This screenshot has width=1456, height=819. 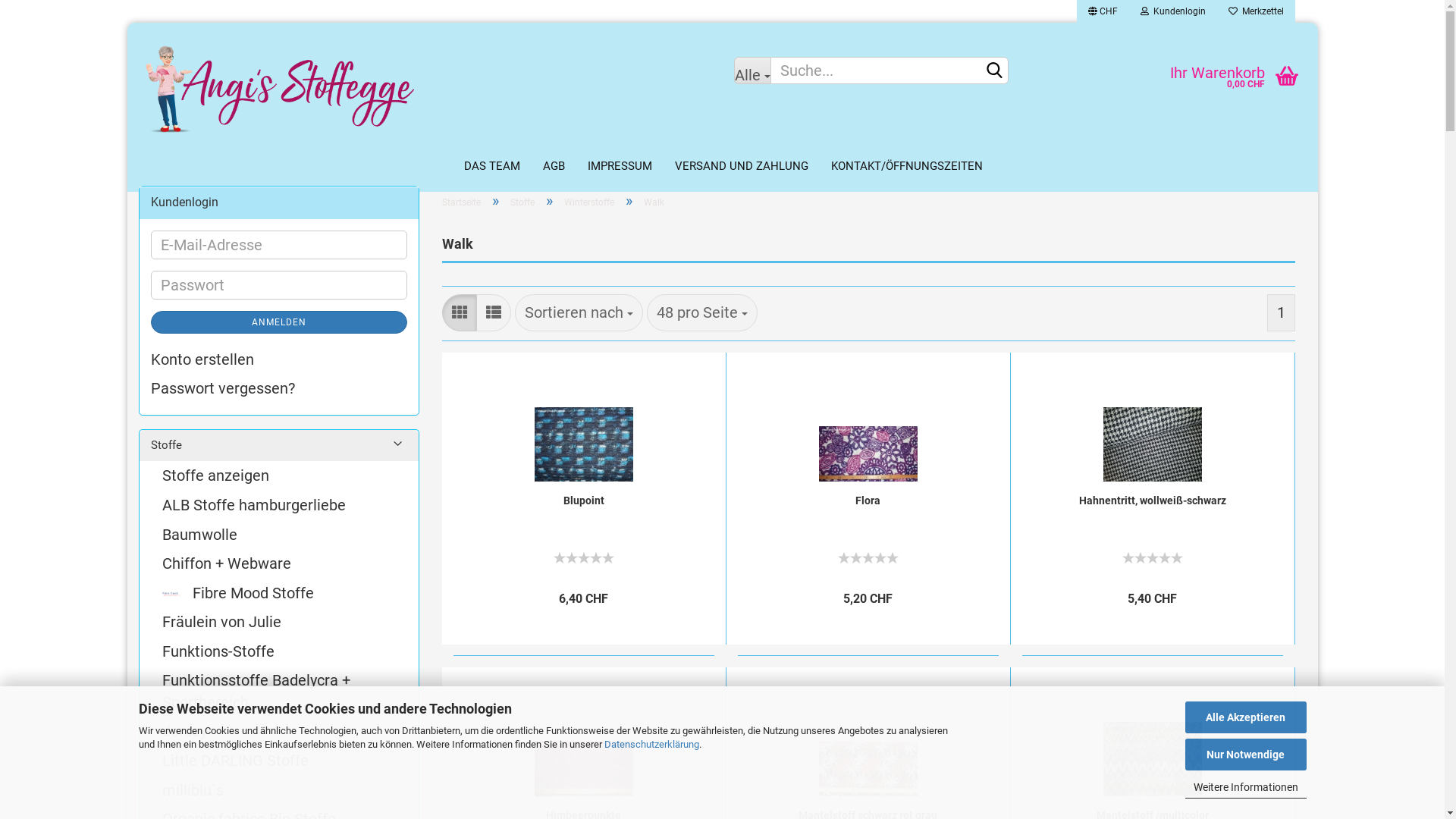 What do you see at coordinates (620, 166) in the screenshot?
I see `'IMPRESSUM'` at bounding box center [620, 166].